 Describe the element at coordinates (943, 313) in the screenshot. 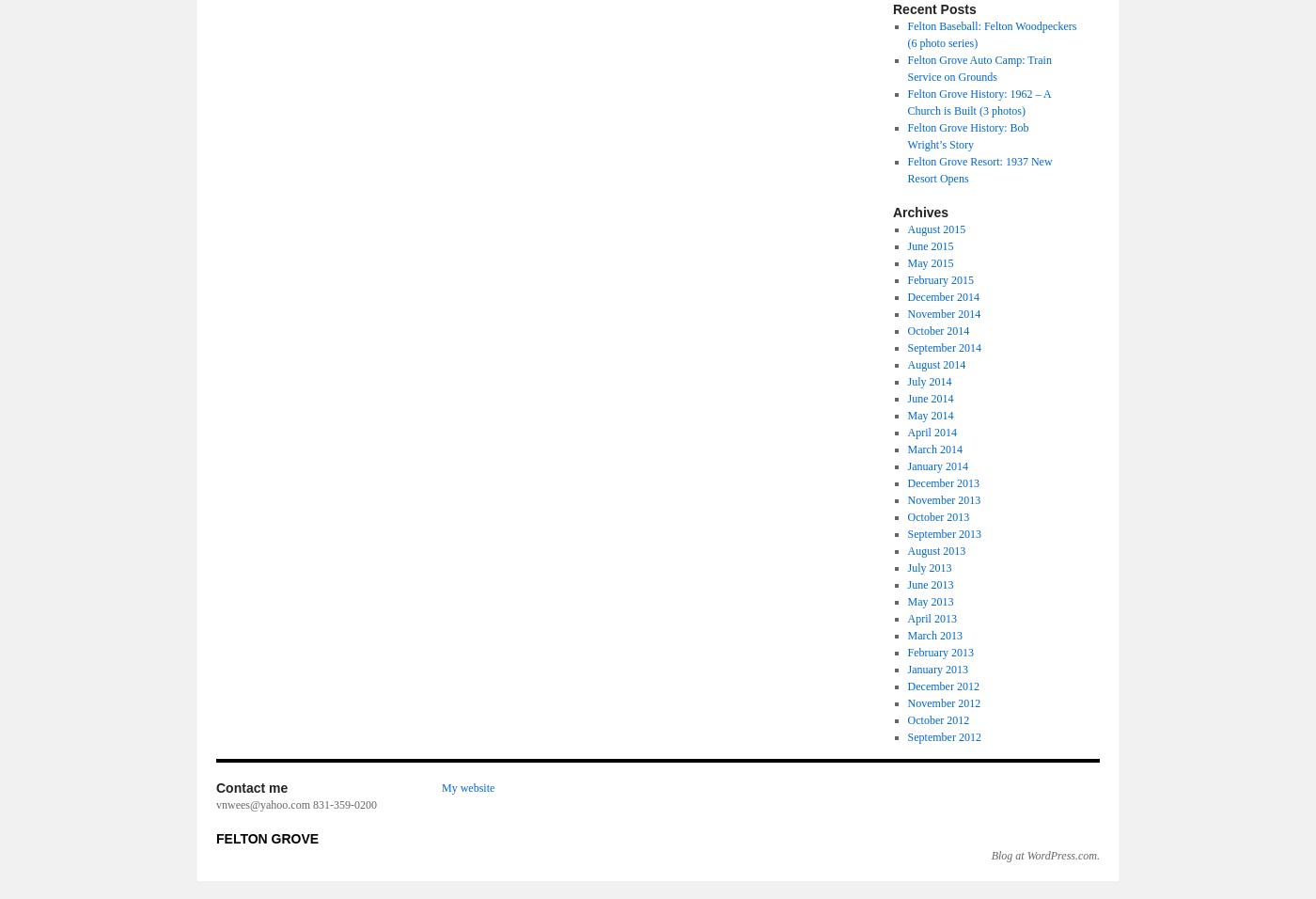

I see `'November 2014'` at that location.